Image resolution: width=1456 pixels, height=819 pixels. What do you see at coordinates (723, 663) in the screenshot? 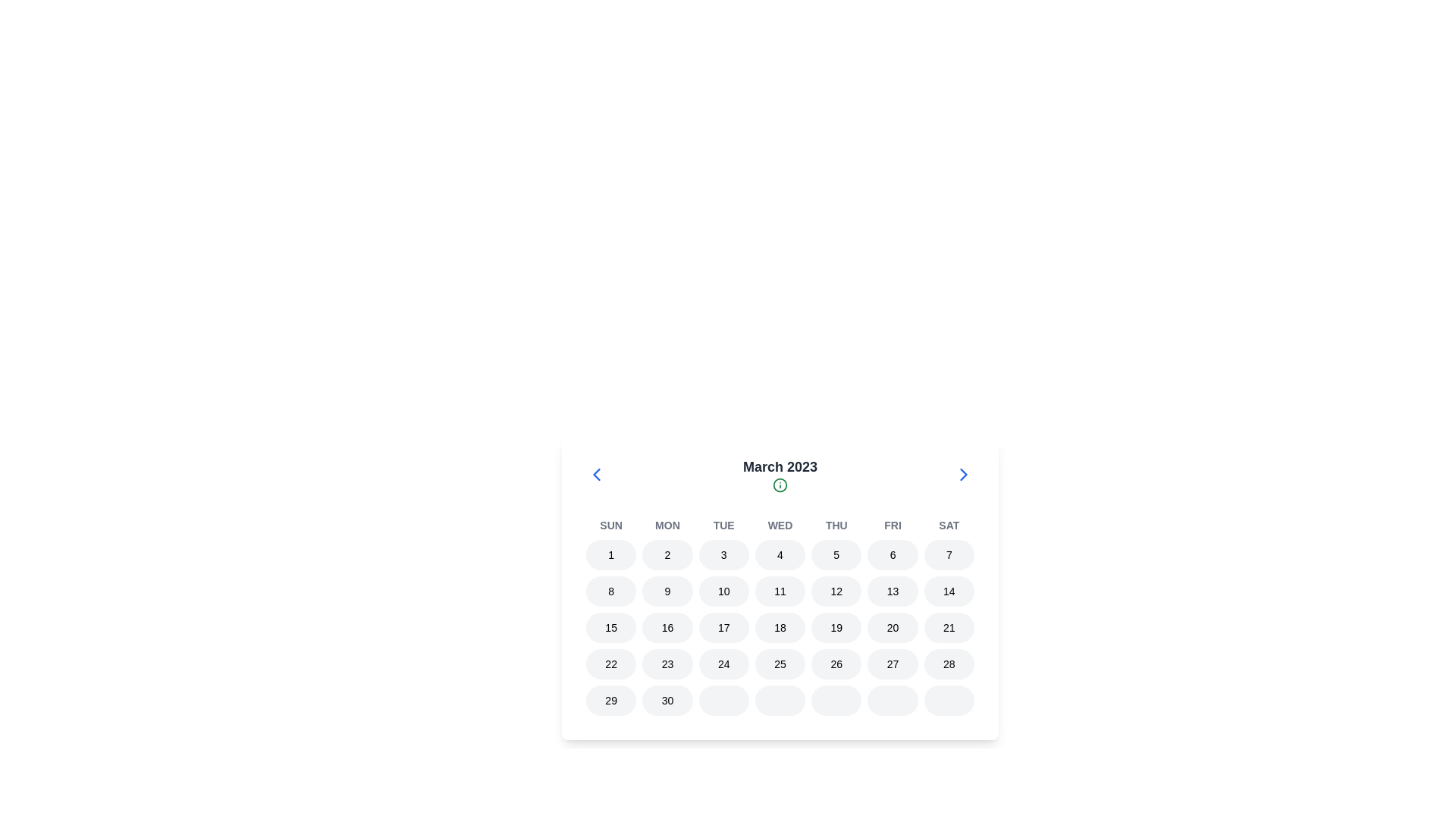
I see `the button representing the 24th day of the month in the calendar interface` at bounding box center [723, 663].